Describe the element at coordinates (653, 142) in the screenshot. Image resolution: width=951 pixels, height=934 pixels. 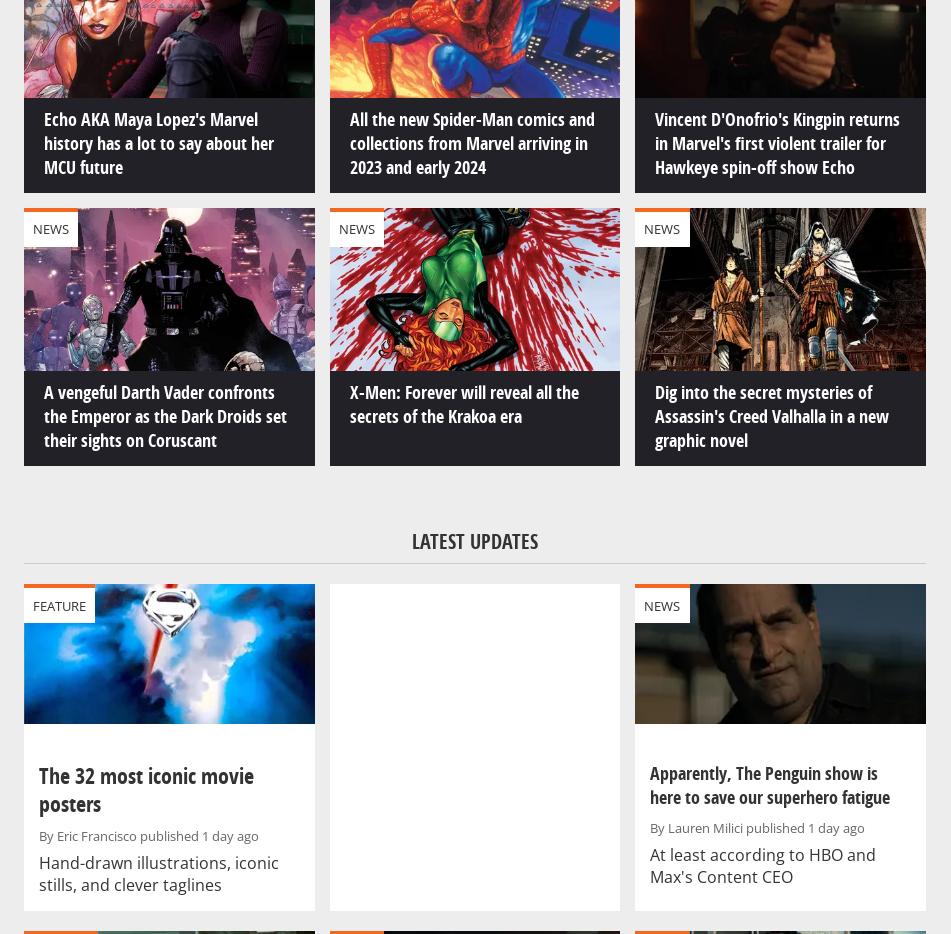
I see `'Vincent D'Onofrio's Kingpin returns in Marvel's first violent trailer for Hawkeye spin-off show Echo'` at that location.